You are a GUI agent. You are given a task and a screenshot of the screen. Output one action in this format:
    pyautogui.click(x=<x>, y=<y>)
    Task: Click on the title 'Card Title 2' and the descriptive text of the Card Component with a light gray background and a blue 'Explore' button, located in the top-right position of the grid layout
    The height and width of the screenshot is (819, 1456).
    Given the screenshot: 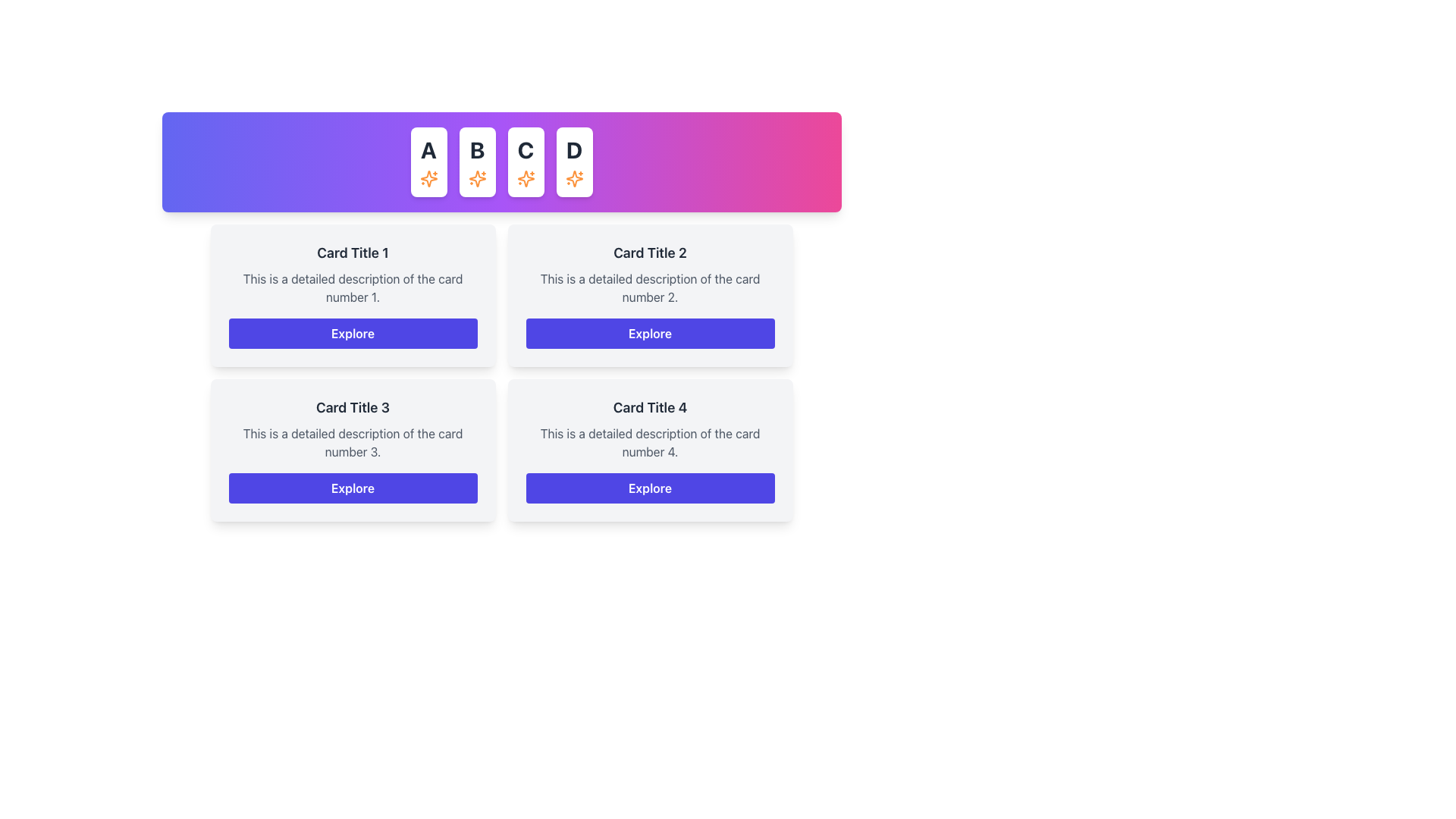 What is the action you would take?
    pyautogui.click(x=650, y=295)
    